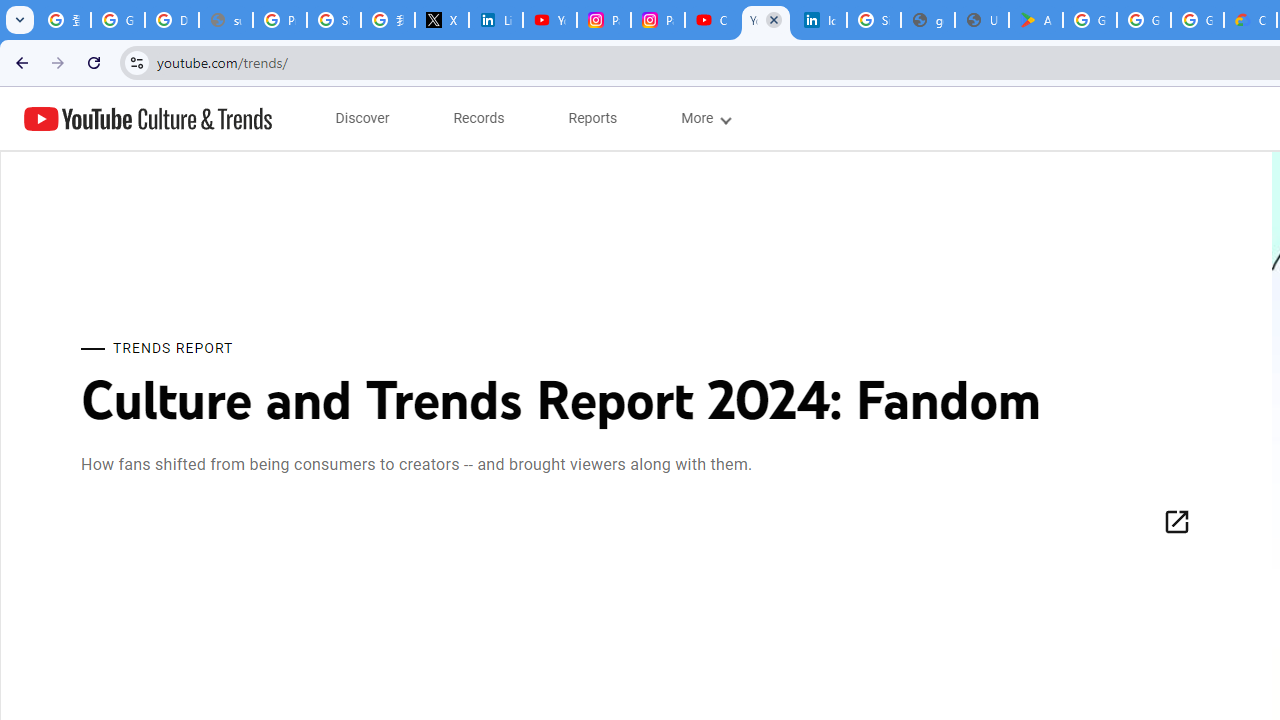 This screenshot has width=1280, height=720. I want to click on 'subnav-Discover menupopup', so click(362, 118).